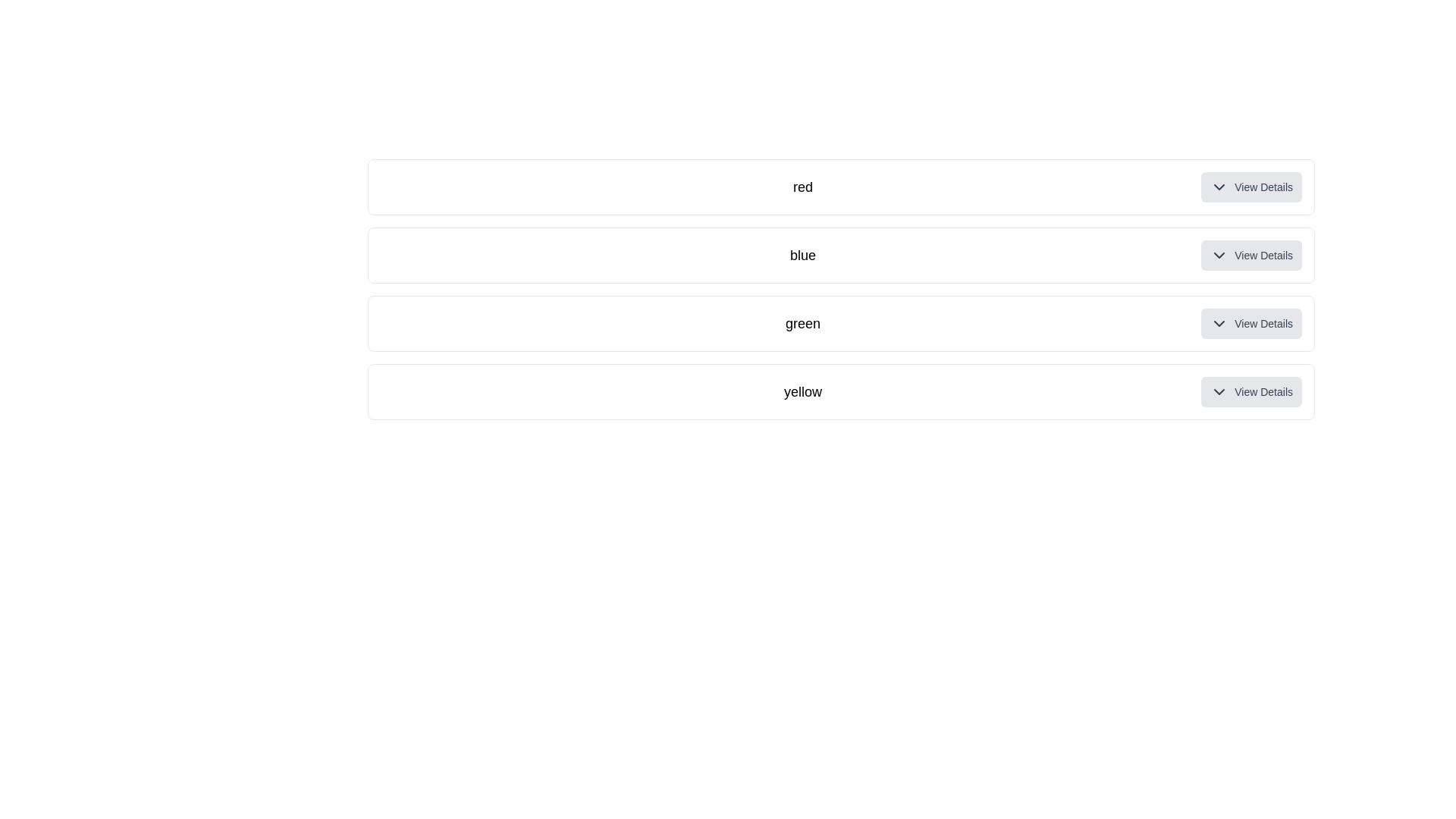 The width and height of the screenshot is (1456, 819). I want to click on the chevron icon located inside the 'View Details' button, aligned with the row labeled 'red', so click(1219, 186).